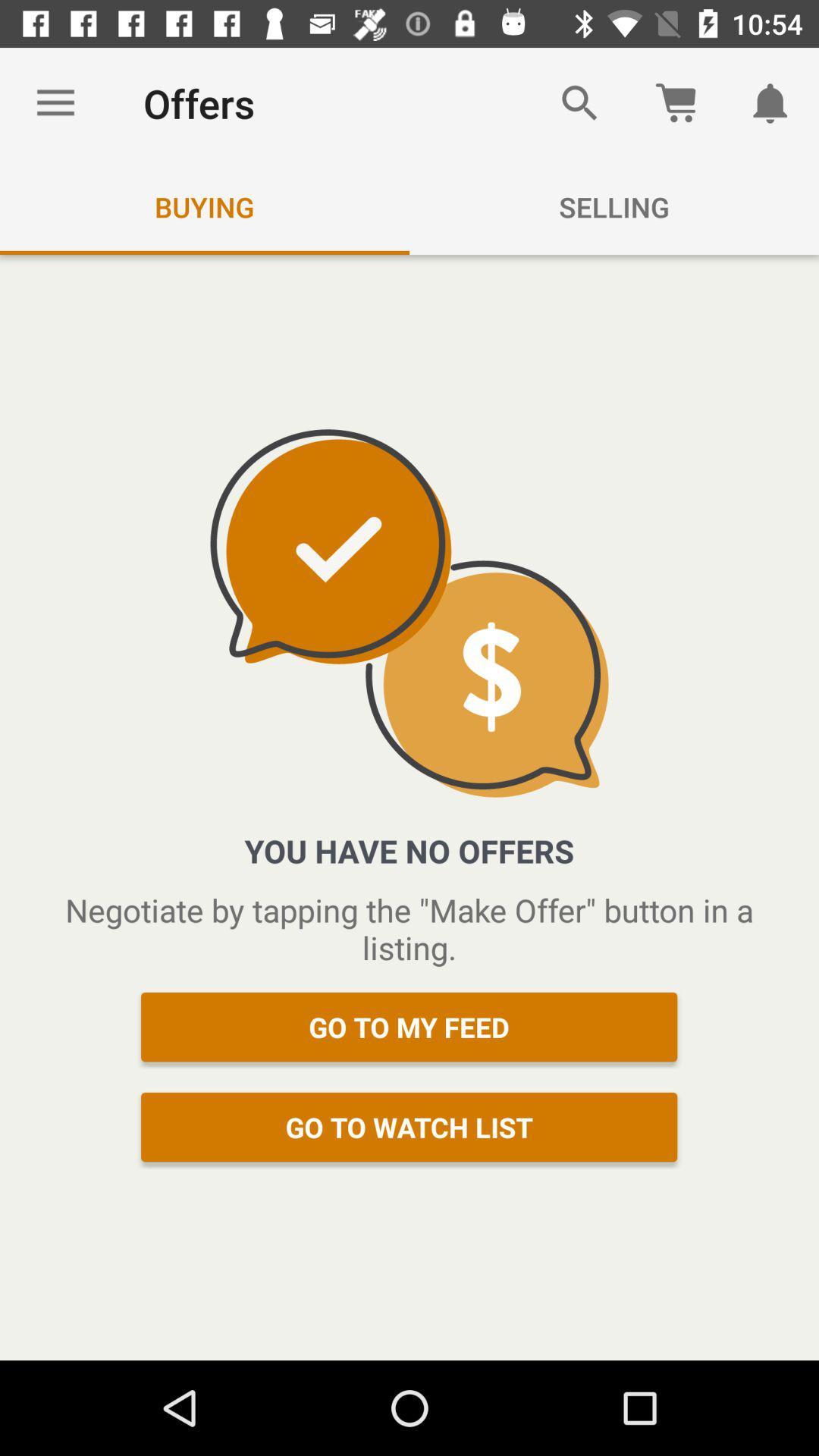  What do you see at coordinates (55, 102) in the screenshot?
I see `the icon to the left of the offers icon` at bounding box center [55, 102].